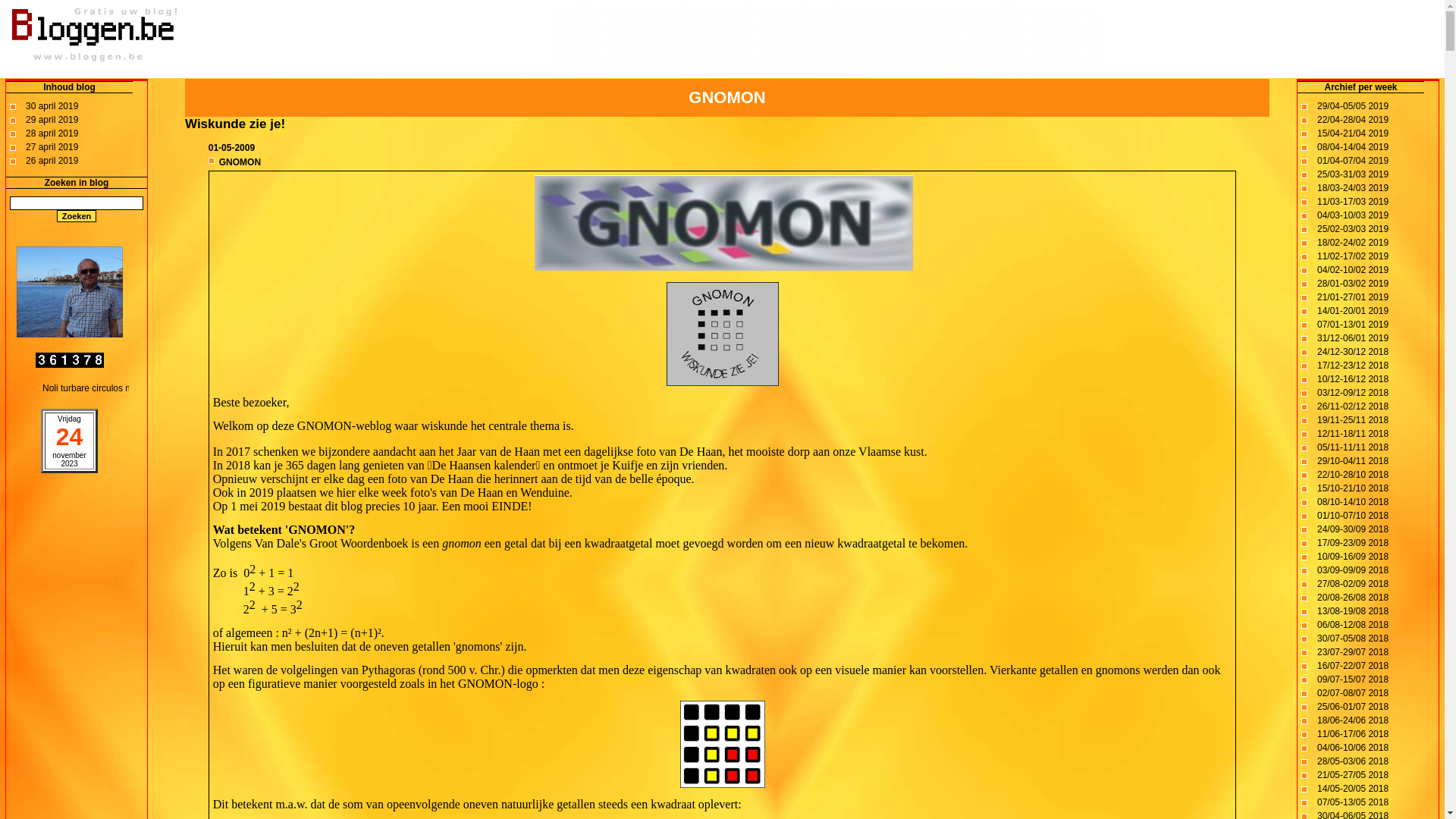 The width and height of the screenshot is (1456, 819). What do you see at coordinates (1353, 133) in the screenshot?
I see `'15/04-21/04 2019'` at bounding box center [1353, 133].